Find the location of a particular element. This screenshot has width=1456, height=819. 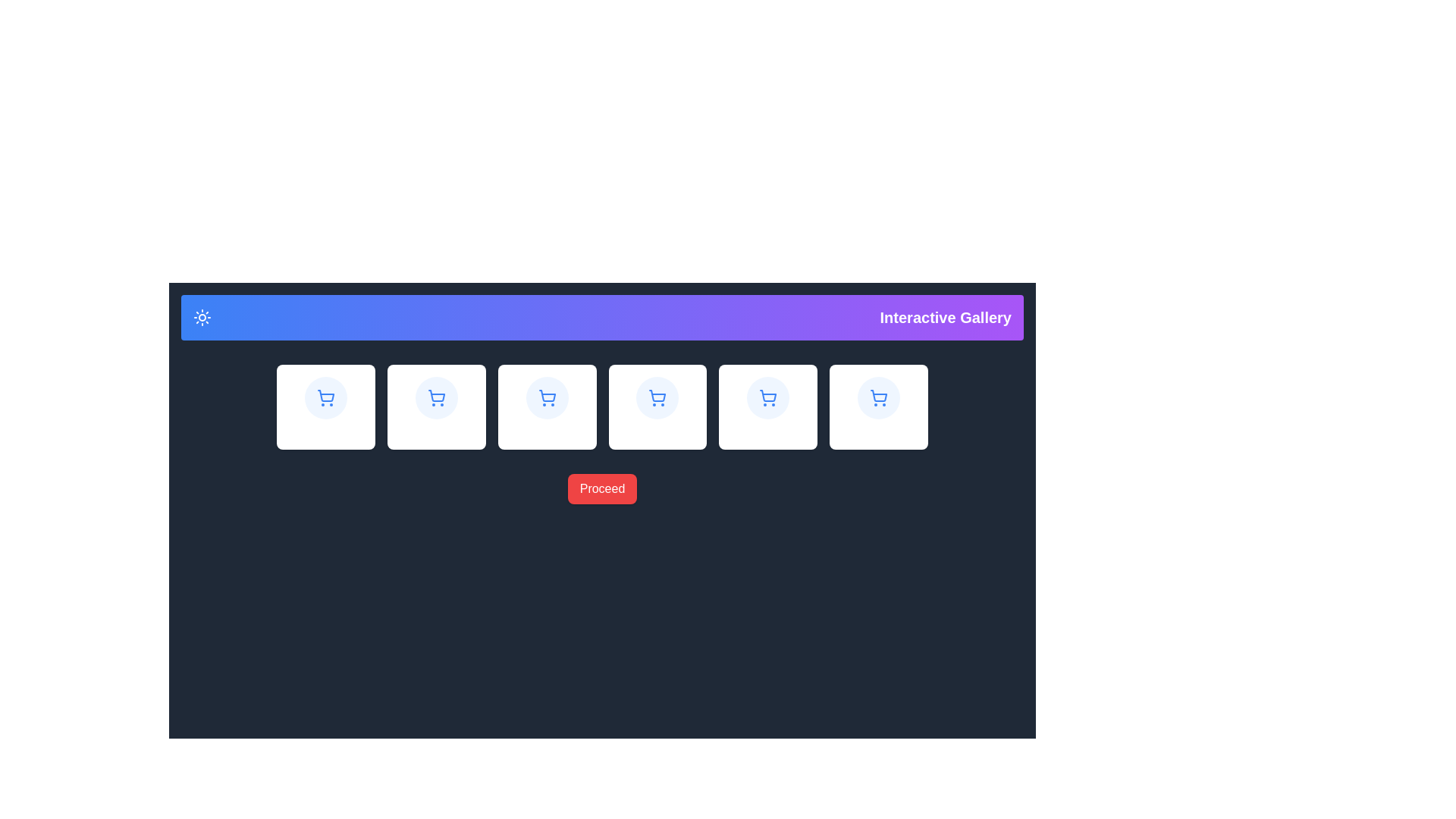

the Card Button, which is the third button in a horizontal grid of six cards, located in the middle row of the interface is located at coordinates (546, 406).